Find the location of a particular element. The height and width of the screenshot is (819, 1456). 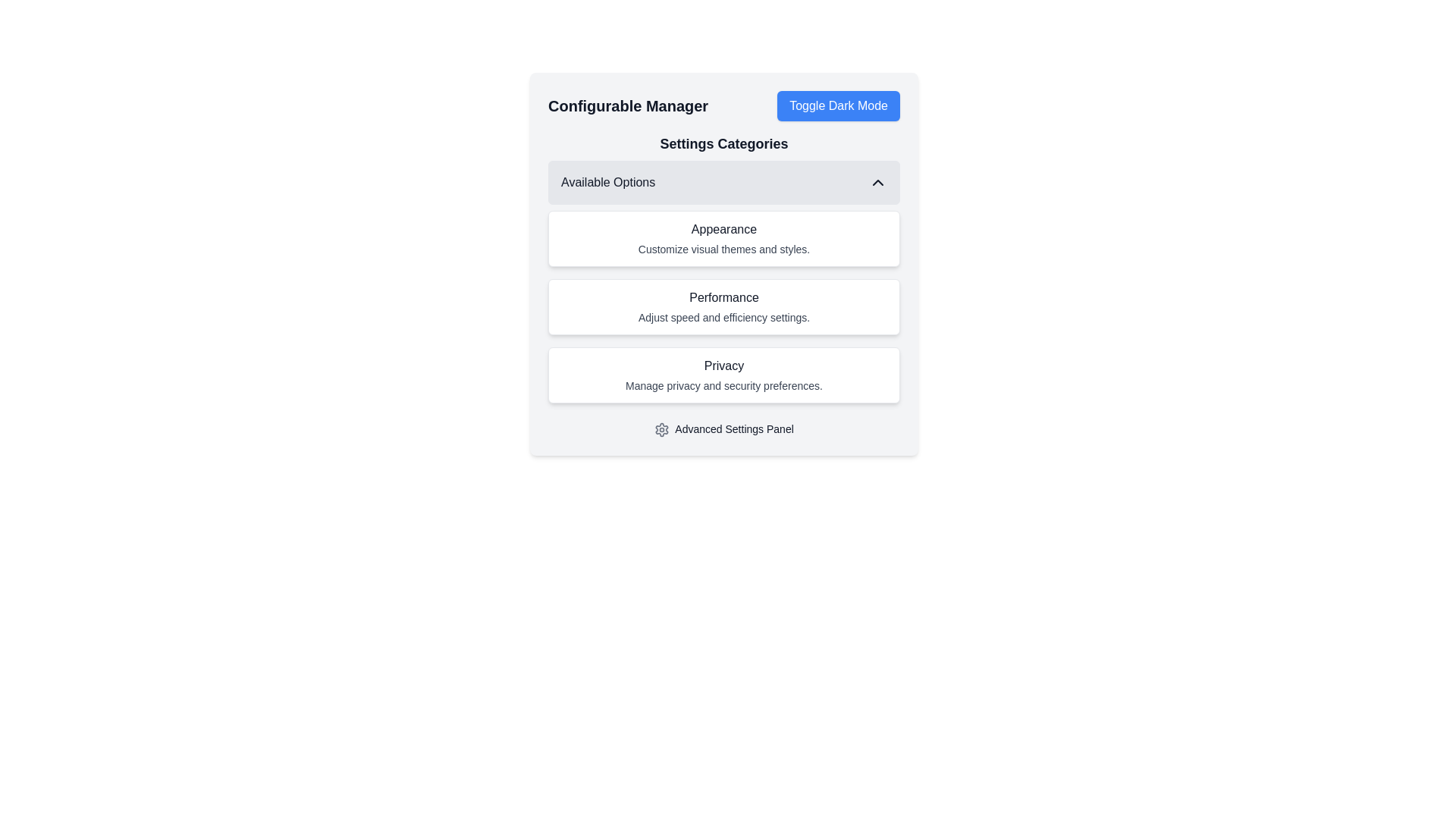

the Informational card or panel describing options for modifying speed and efficiency settings, located under the 'Available Options' section in the 'Settings Categories' panel is located at coordinates (723, 307).